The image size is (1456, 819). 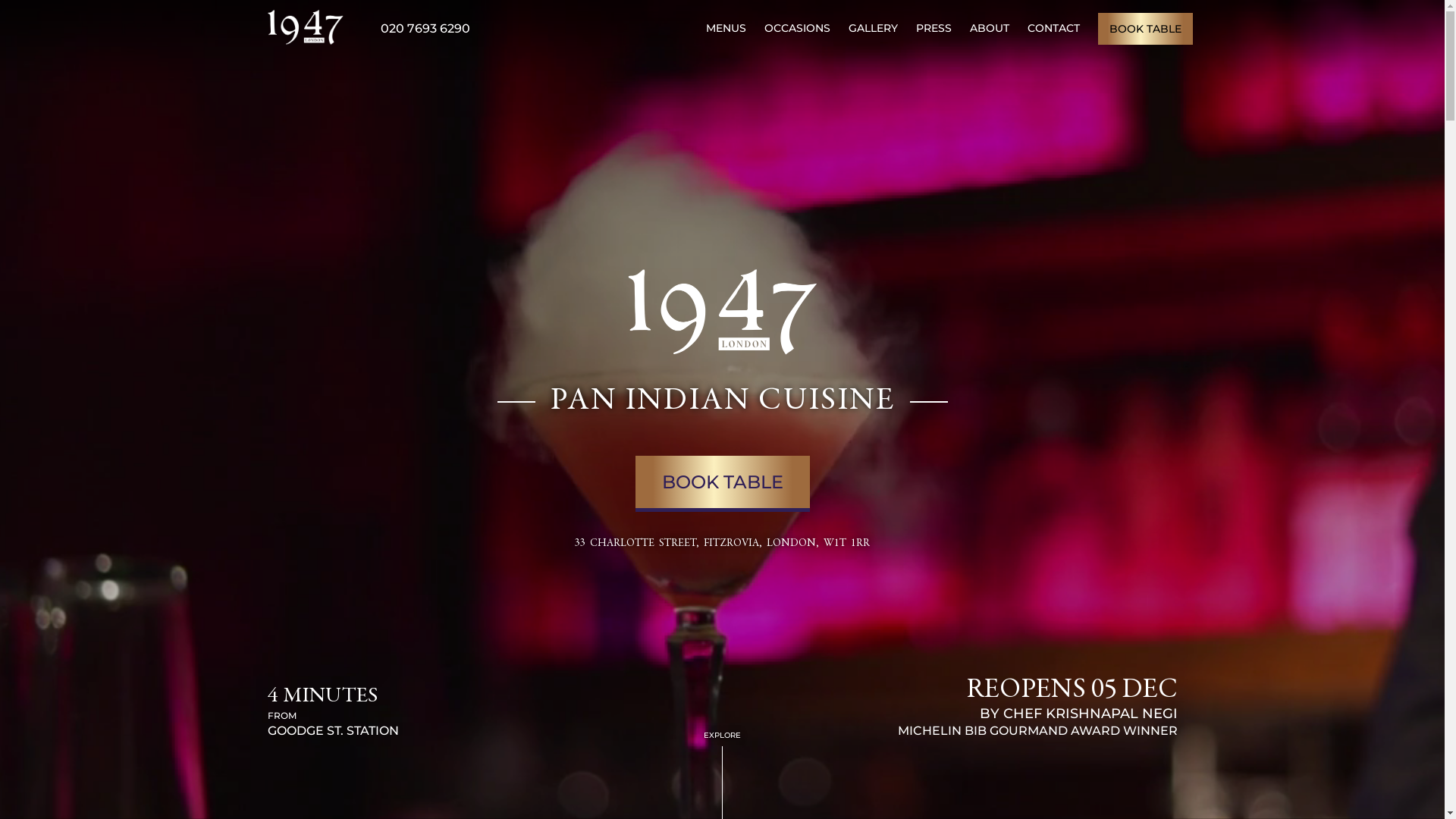 I want to click on 'CONTACT', so click(x=1052, y=28).